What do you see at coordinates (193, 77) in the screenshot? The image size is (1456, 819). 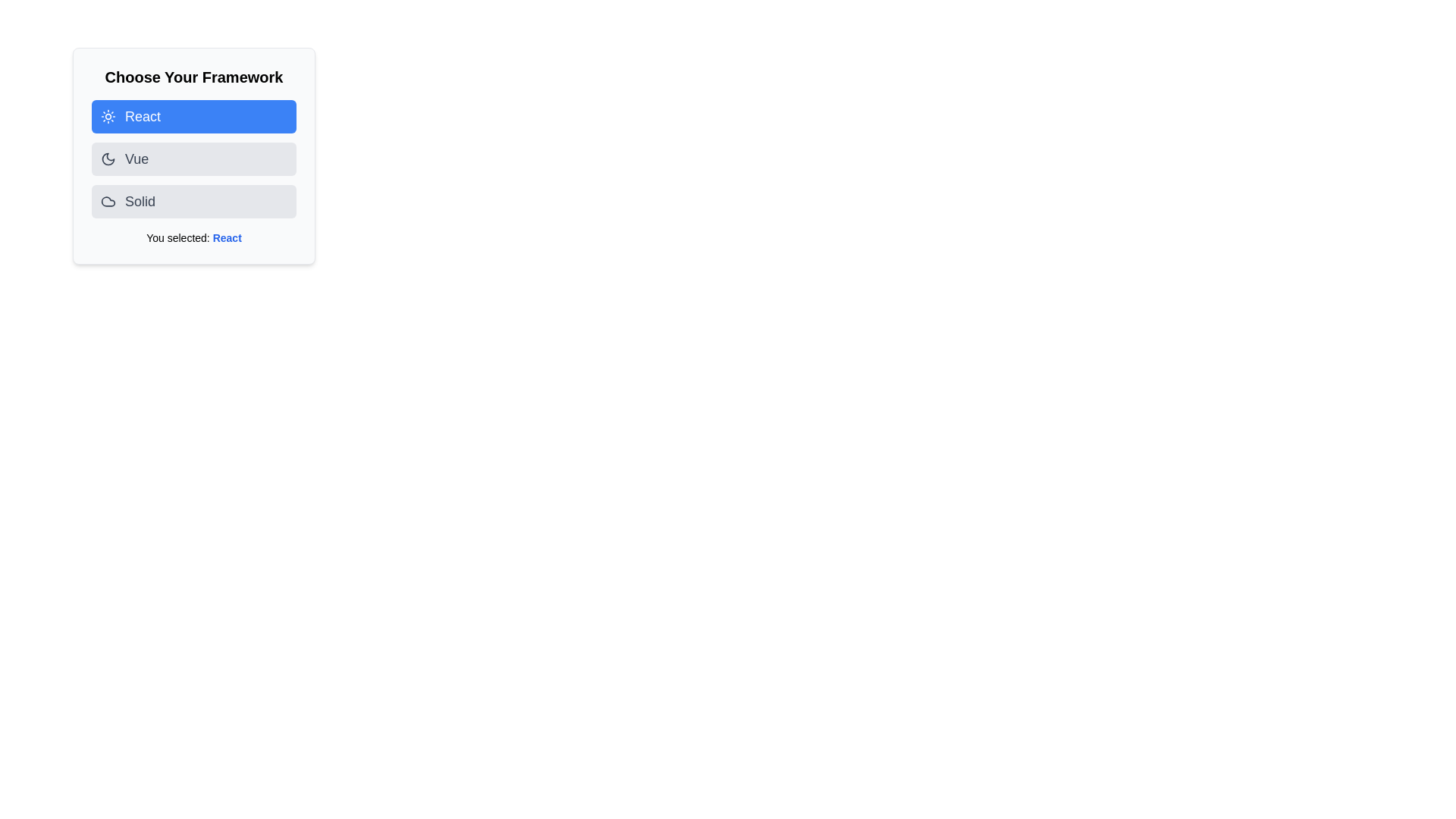 I see `the title text labeled 'Choose Your Framework', which is positioned at the top section of a card-like component` at bounding box center [193, 77].